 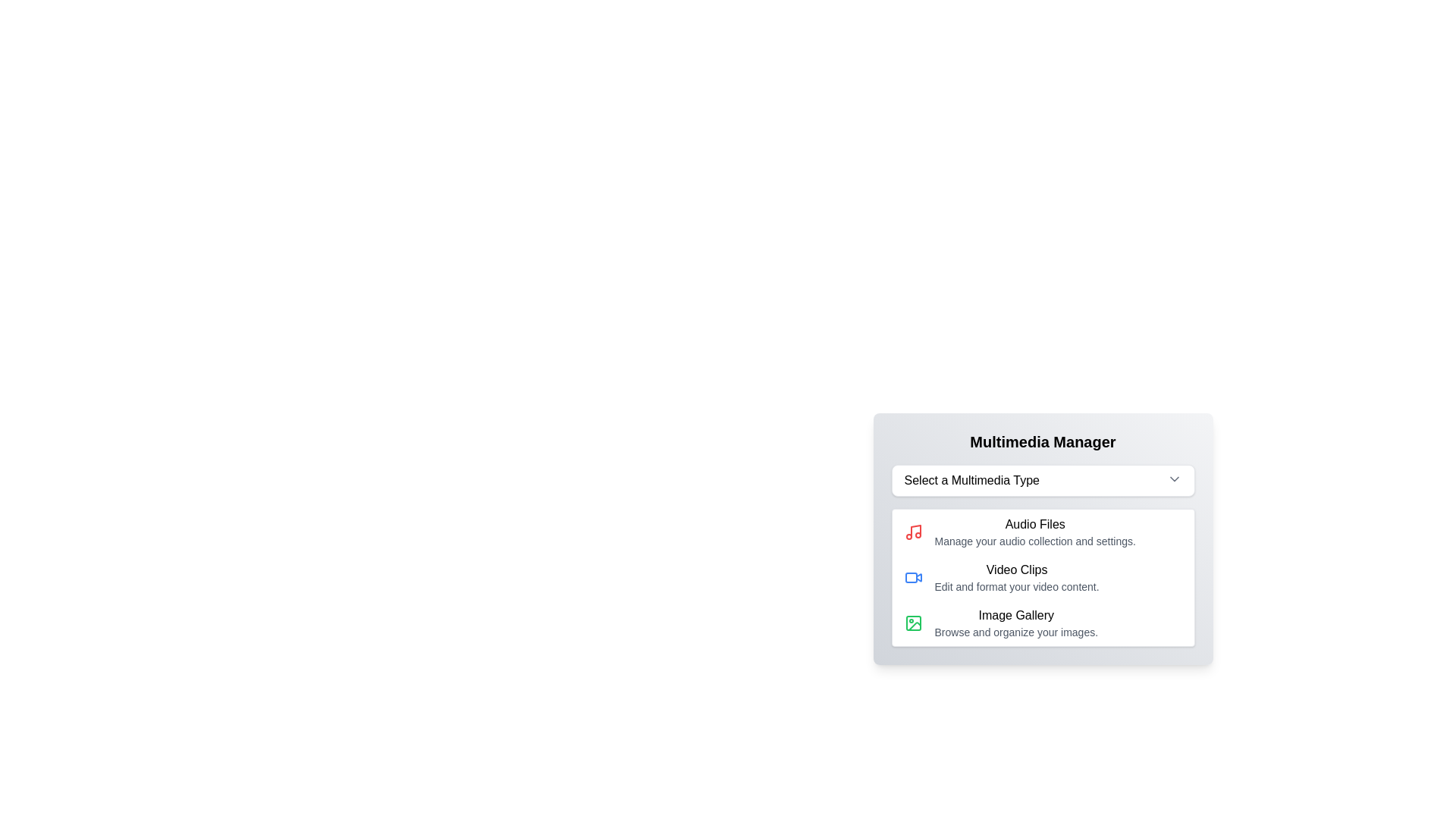 I want to click on the audio icon within the 'Audio Files' menu item in the 'Multimedia Manager' interface, which is the leftmost component of the menu item, so click(x=912, y=532).